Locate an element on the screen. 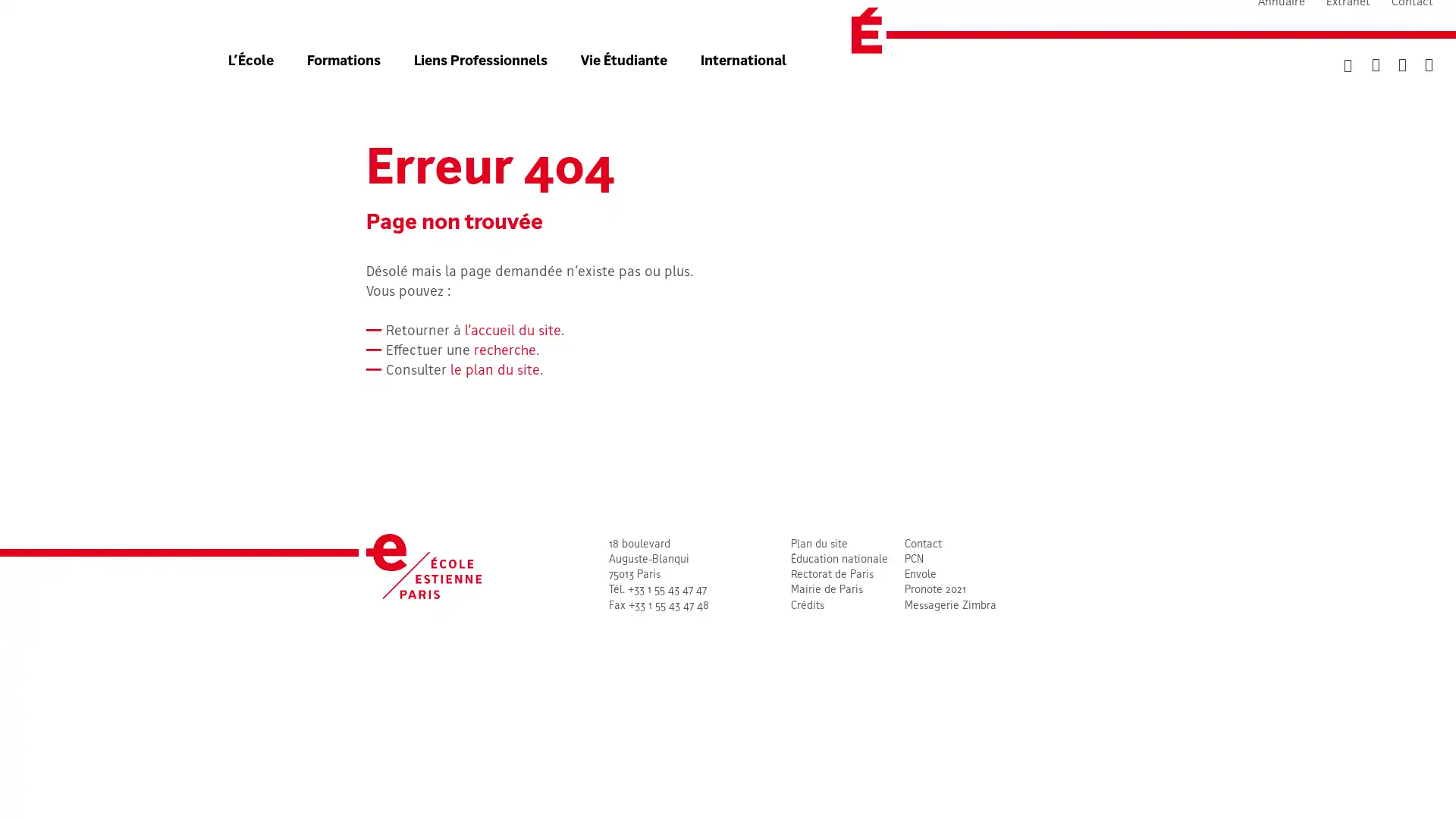 The width and height of the screenshot is (1456, 819). Rechercher is located at coordinates (1328, 93).